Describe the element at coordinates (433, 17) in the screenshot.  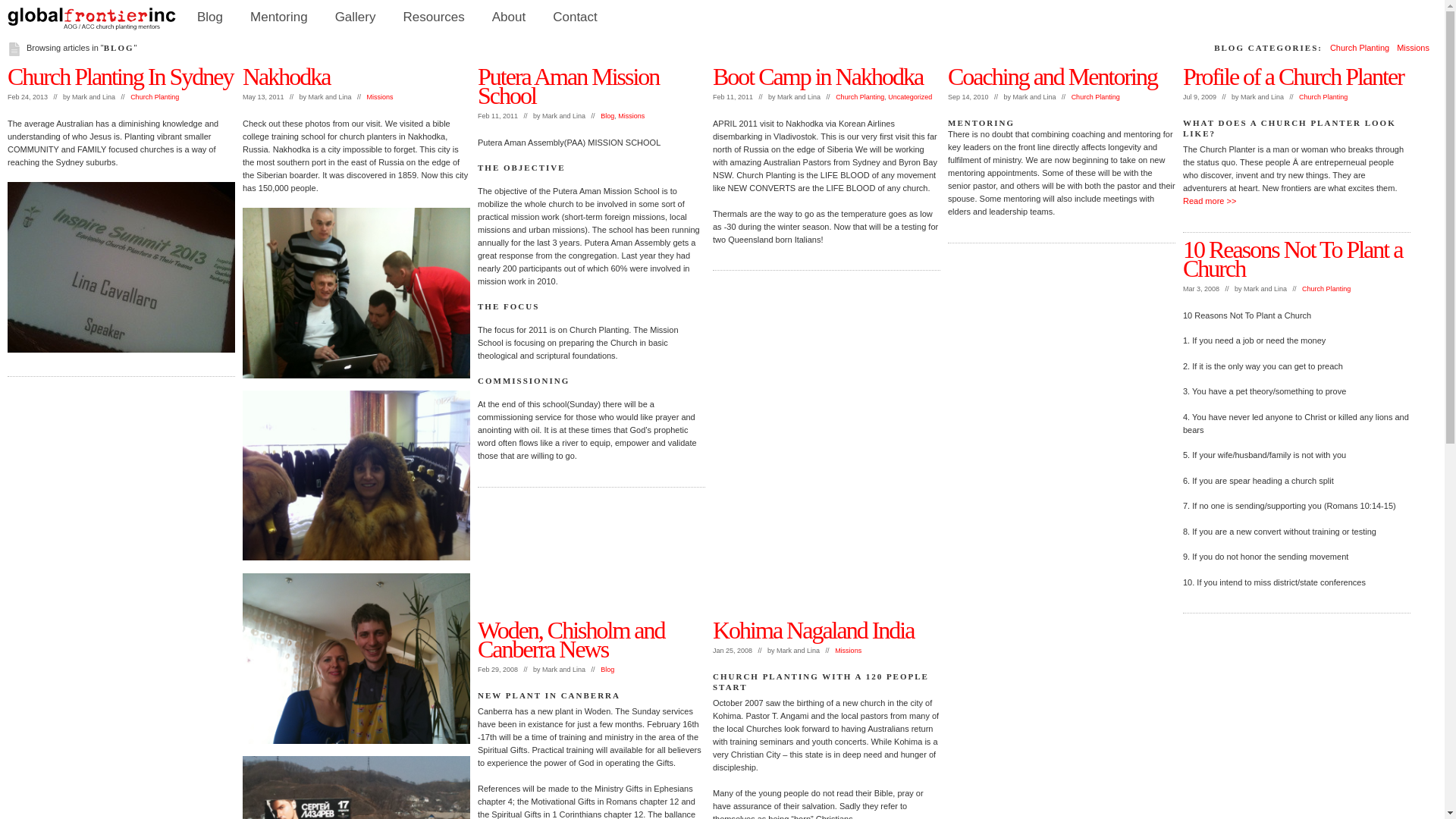
I see `'Resources'` at that location.